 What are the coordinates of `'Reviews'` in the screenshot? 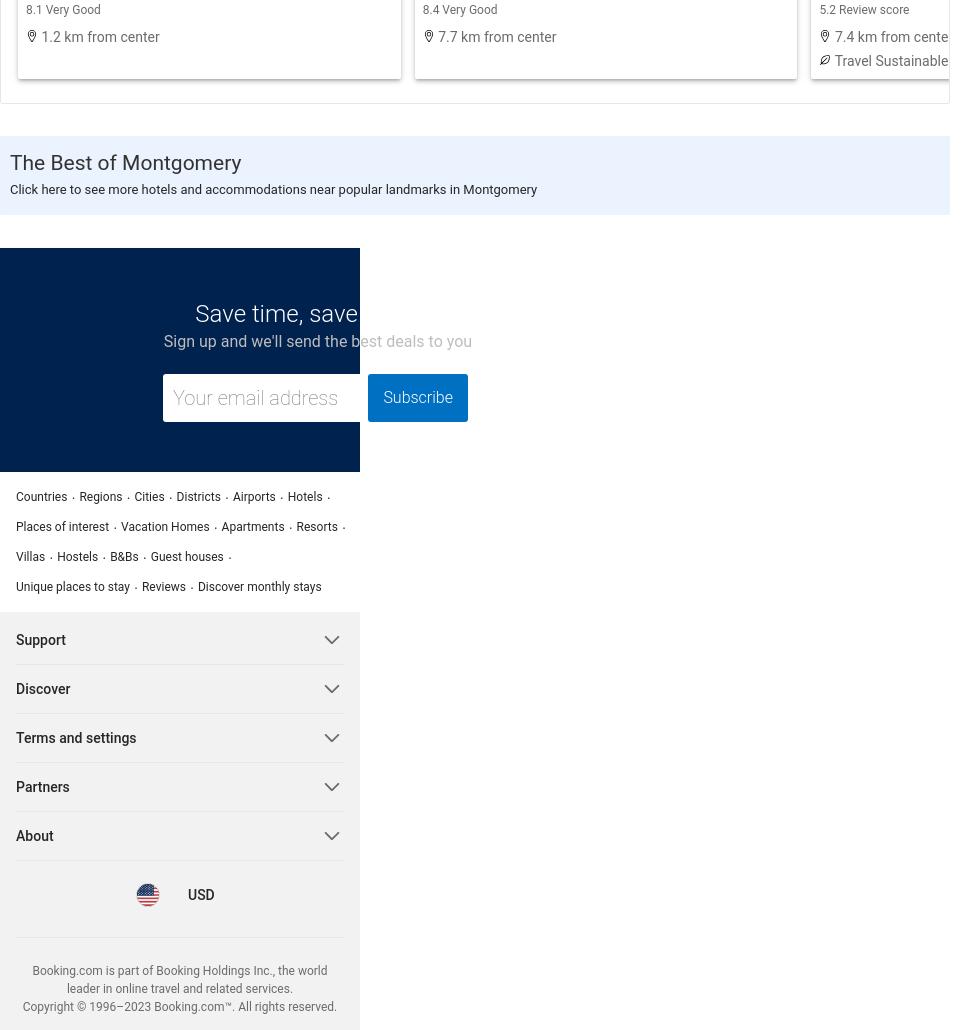 It's located at (162, 585).